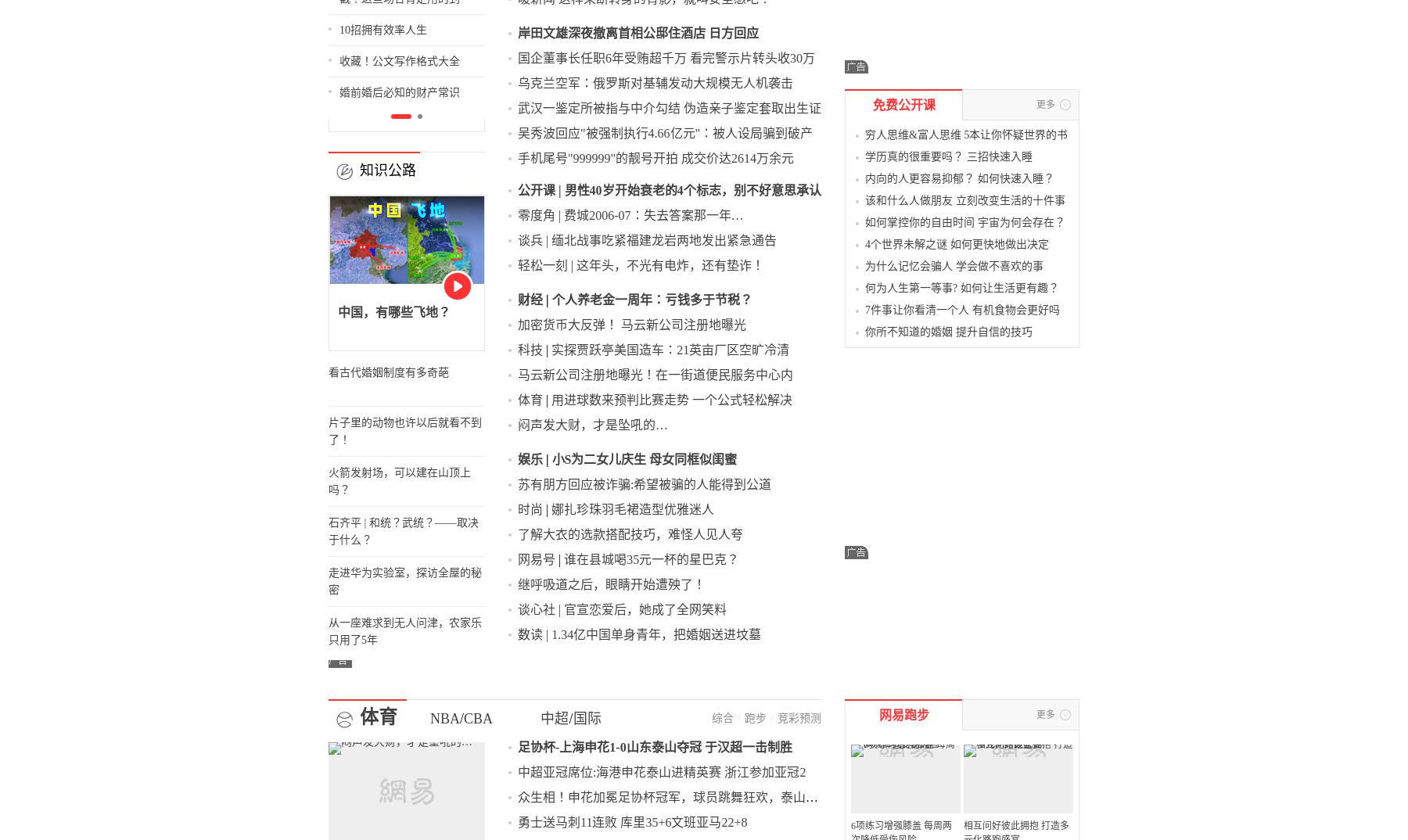  What do you see at coordinates (727, 16) in the screenshot?
I see `'手机尾号"999999"的靓号开拍 成交价达2614万余元'` at bounding box center [727, 16].